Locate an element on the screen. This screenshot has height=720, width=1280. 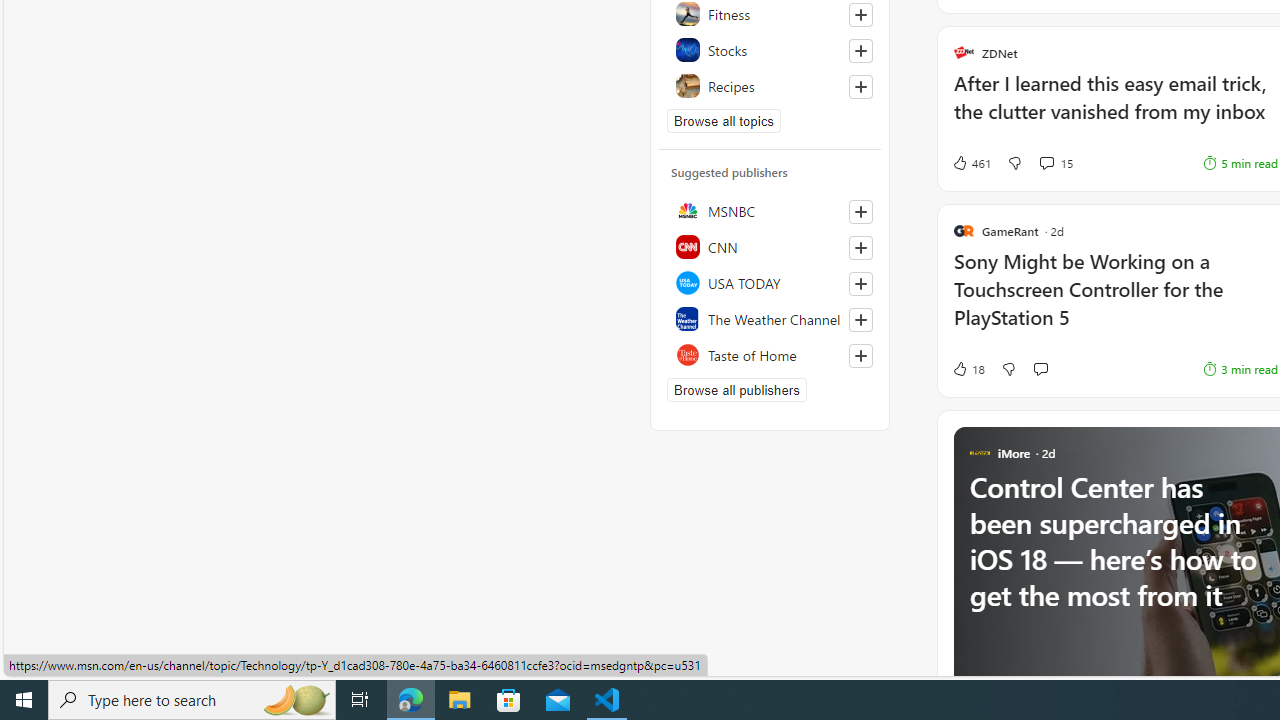
'Follow this source' is located at coordinates (860, 355).